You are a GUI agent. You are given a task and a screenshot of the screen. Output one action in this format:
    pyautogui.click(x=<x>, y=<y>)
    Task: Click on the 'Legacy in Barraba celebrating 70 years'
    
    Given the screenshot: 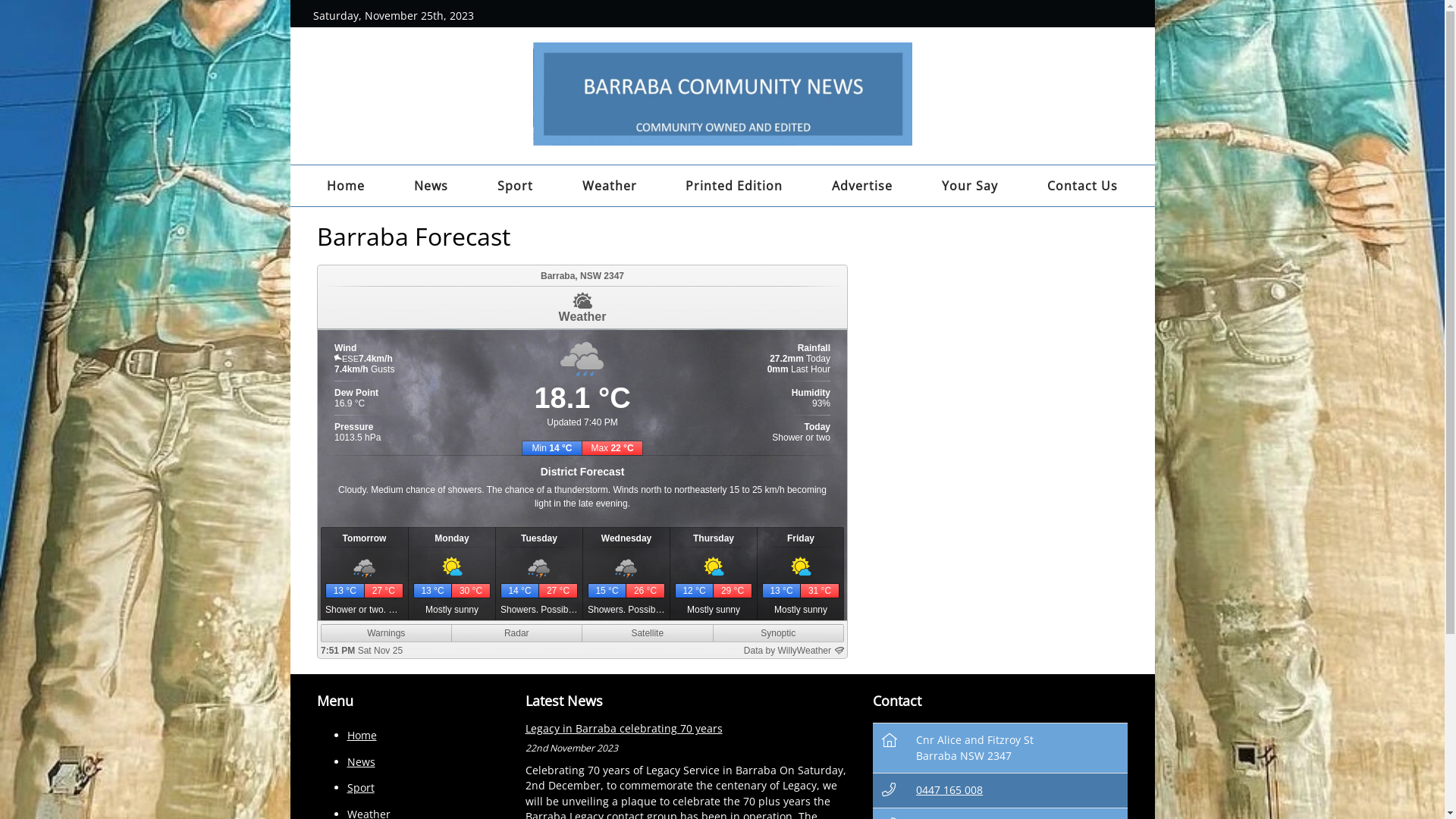 What is the action you would take?
    pyautogui.click(x=623, y=727)
    